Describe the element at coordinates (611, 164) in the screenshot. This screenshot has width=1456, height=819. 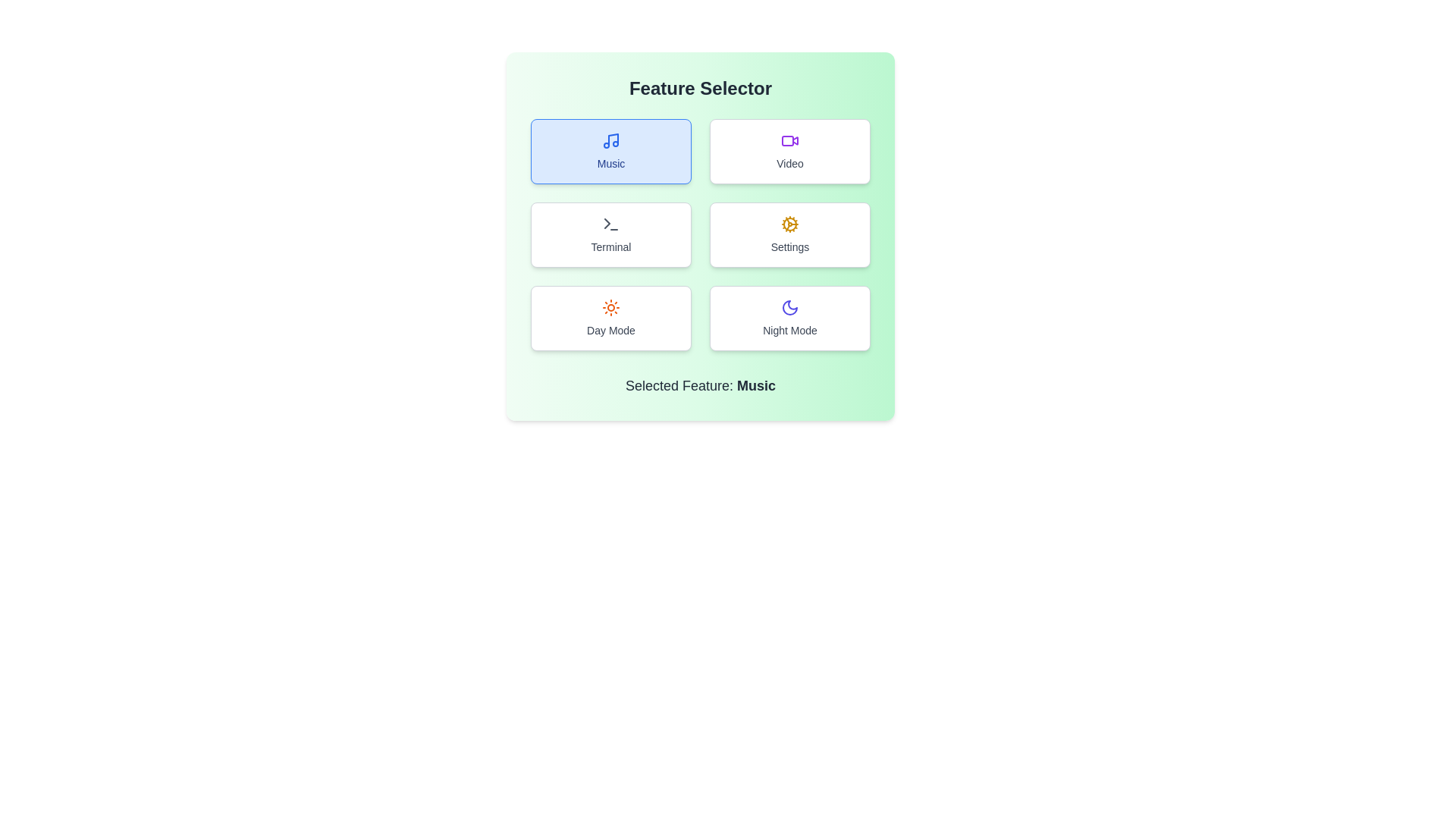
I see `the 'Music' text label, which is styled with a blue font and located in the top-left box of the 'Feature Selector' grid layout` at that location.